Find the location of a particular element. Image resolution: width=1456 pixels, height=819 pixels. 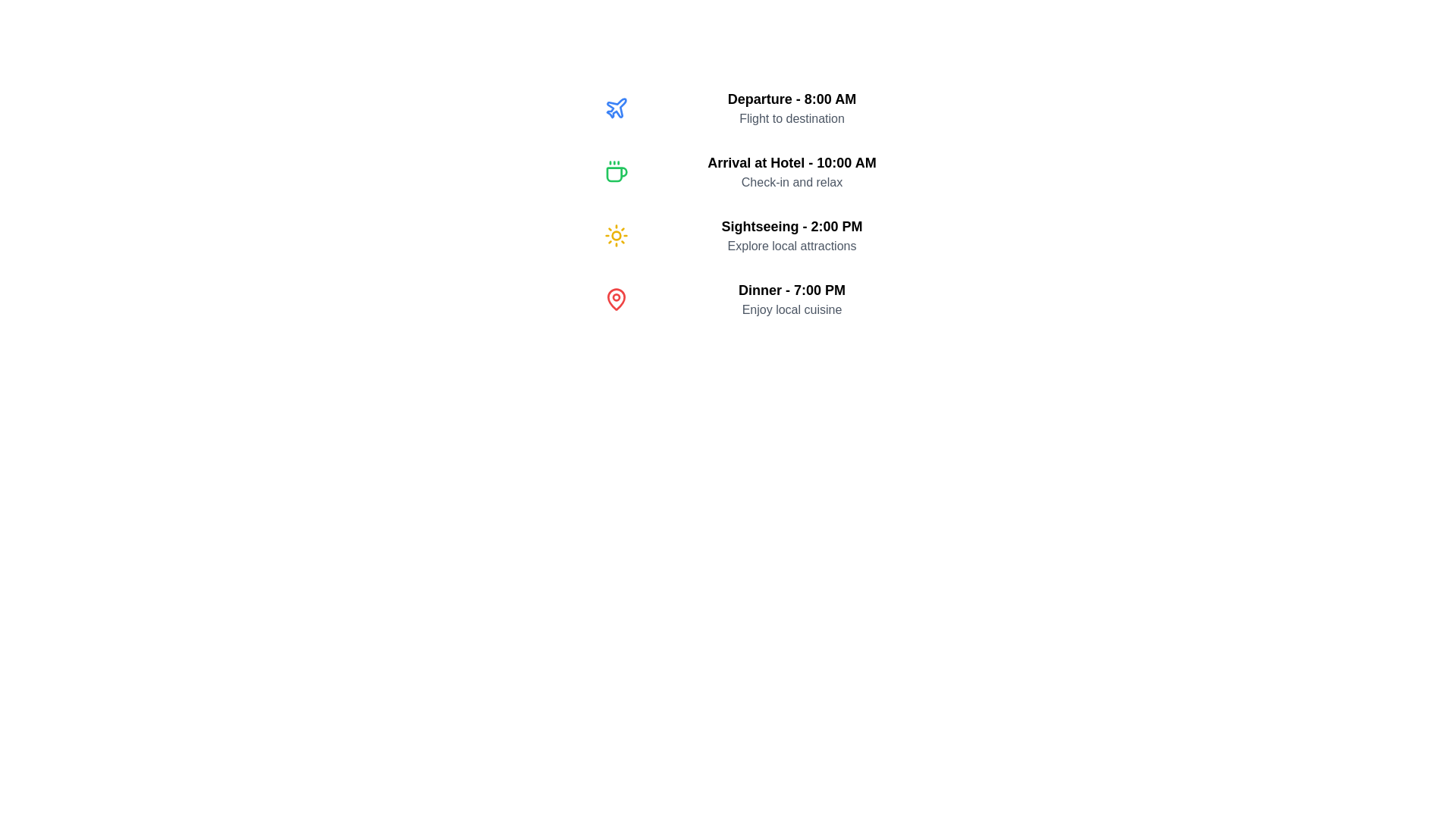

the text element styled in light gray reading 'Explore local attractions', which is located below 'Sightseeing - 2:00 PM' is located at coordinates (791, 245).